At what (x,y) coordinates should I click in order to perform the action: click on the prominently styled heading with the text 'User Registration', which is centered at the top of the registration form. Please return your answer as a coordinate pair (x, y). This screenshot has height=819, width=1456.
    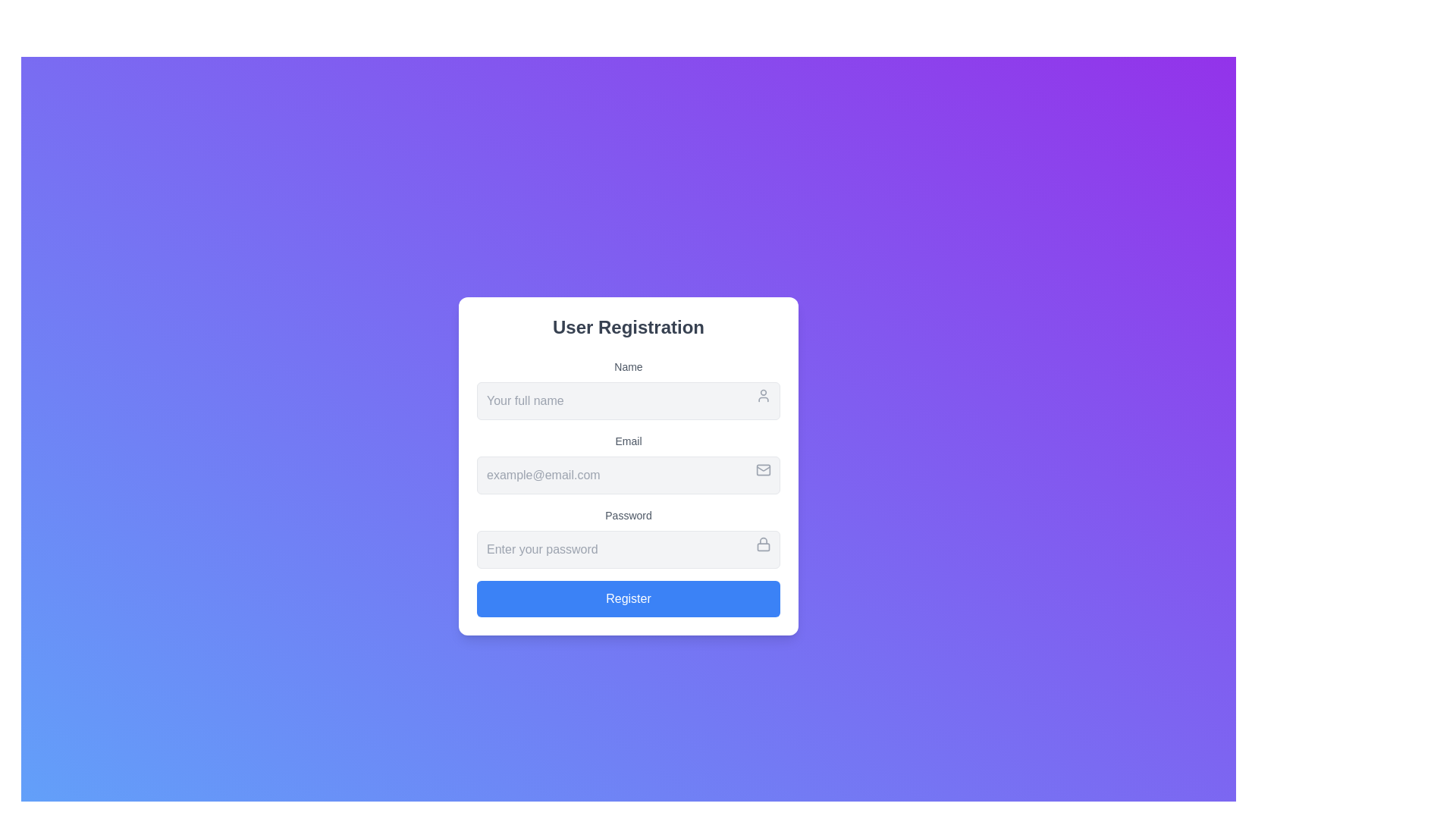
    Looking at the image, I should click on (629, 327).